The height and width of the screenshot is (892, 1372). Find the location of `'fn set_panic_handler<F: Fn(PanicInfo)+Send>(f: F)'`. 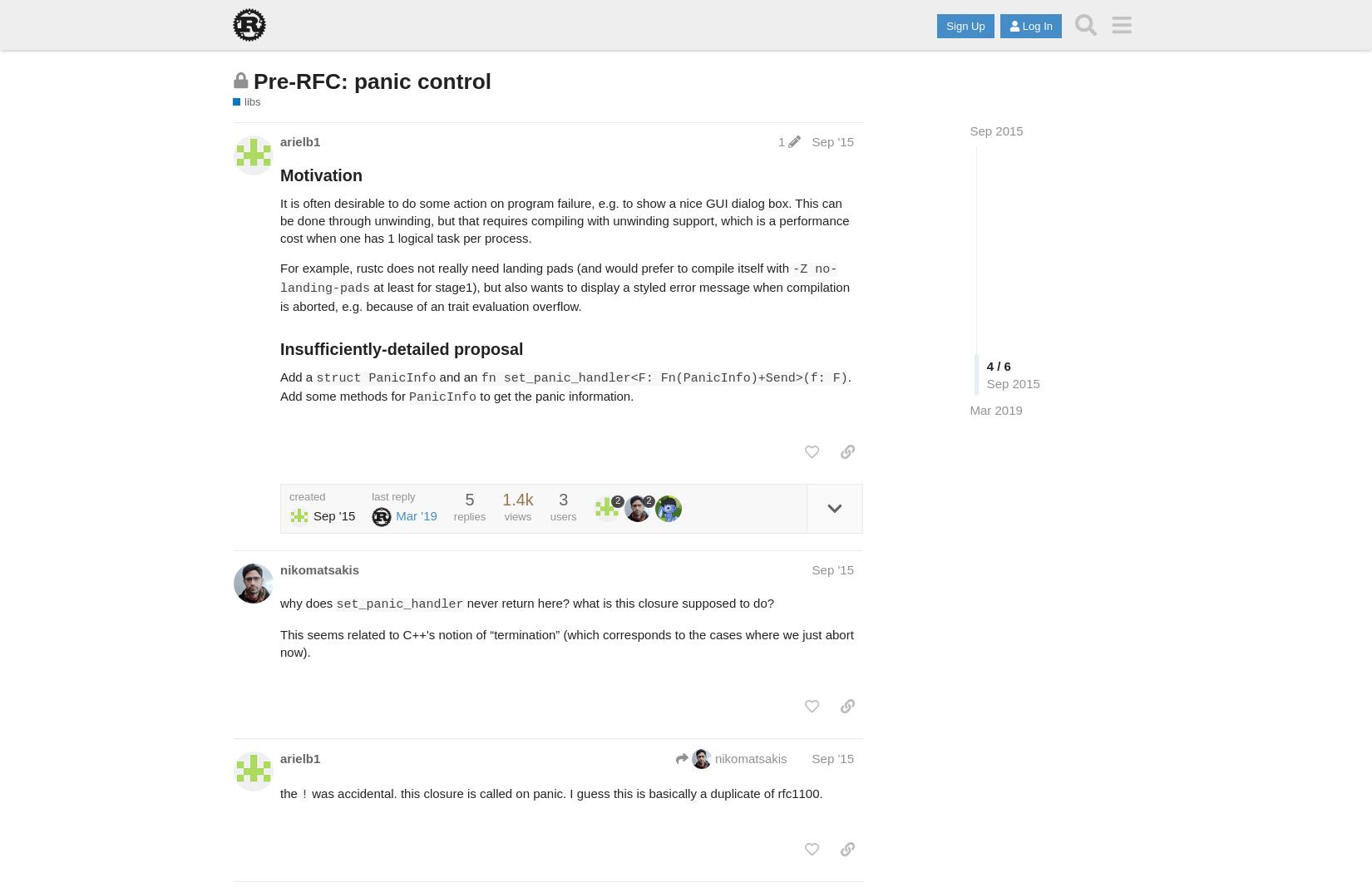

'fn set_panic_handler<F: Fn(PanicInfo)+Send>(f: F)' is located at coordinates (479, 377).